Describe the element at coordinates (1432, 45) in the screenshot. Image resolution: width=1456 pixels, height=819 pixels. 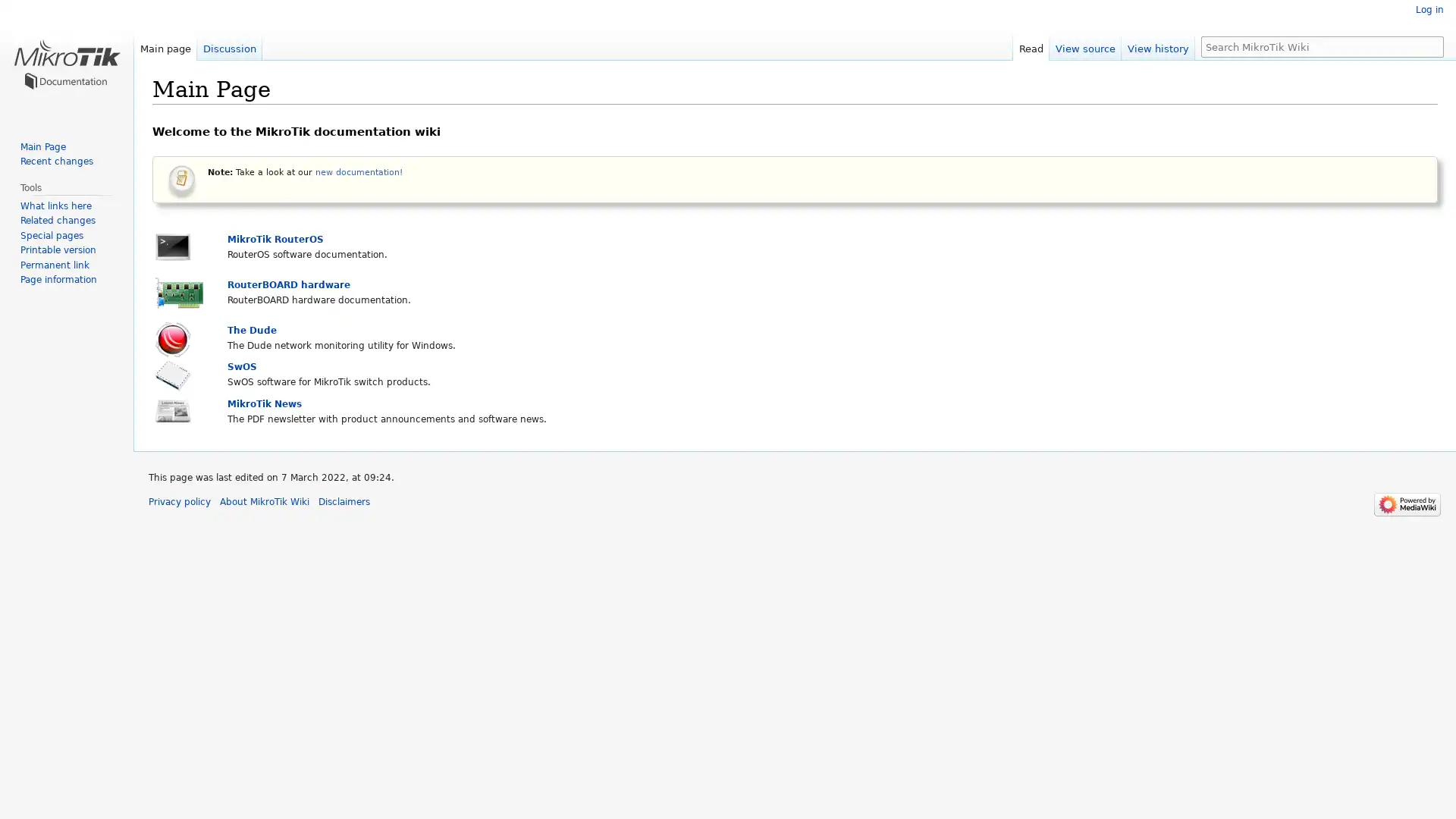
I see `Go` at that location.